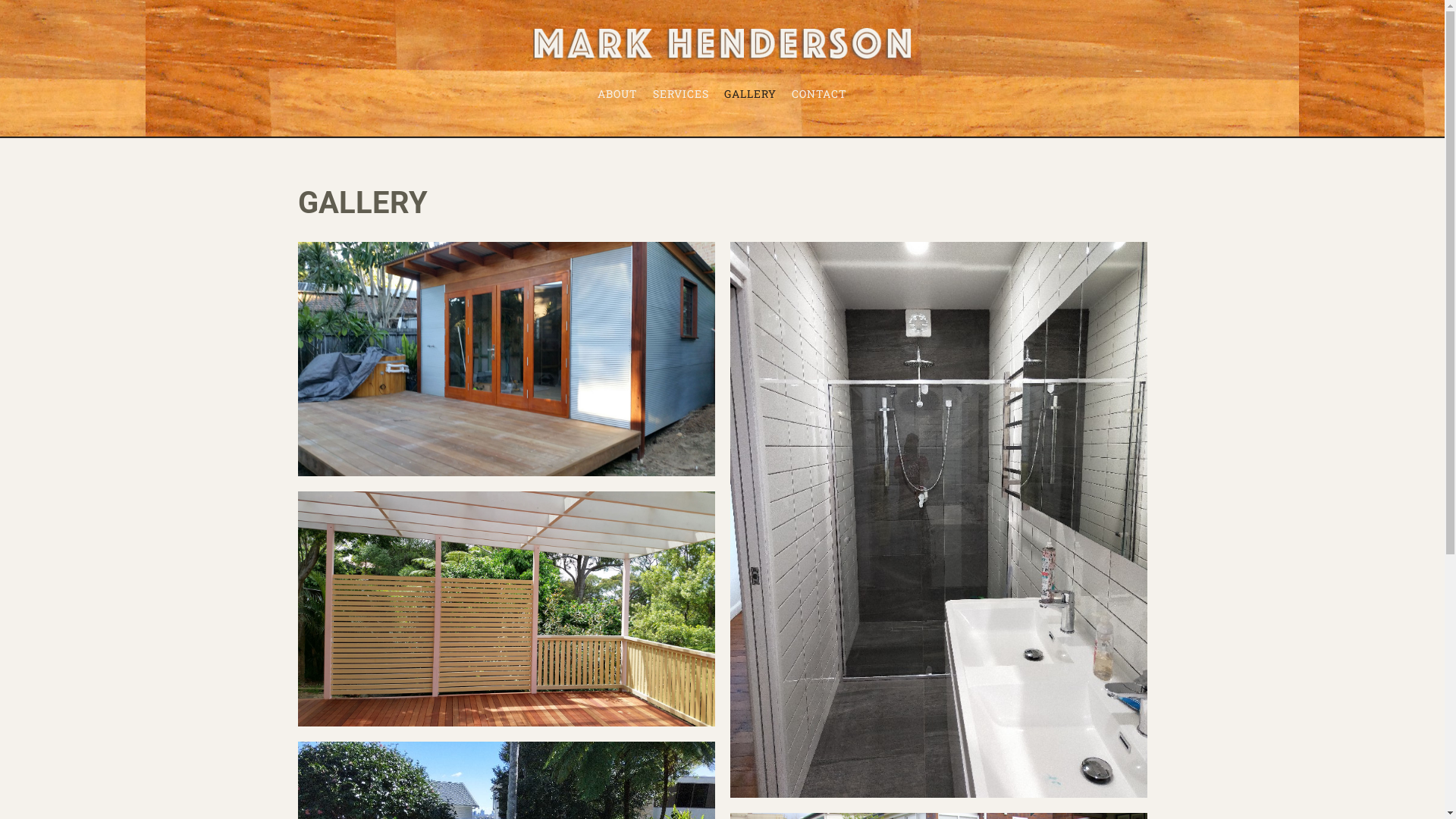 Image resolution: width=1456 pixels, height=819 pixels. I want to click on 'Bathroom makeover at St Ives', so click(937, 519).